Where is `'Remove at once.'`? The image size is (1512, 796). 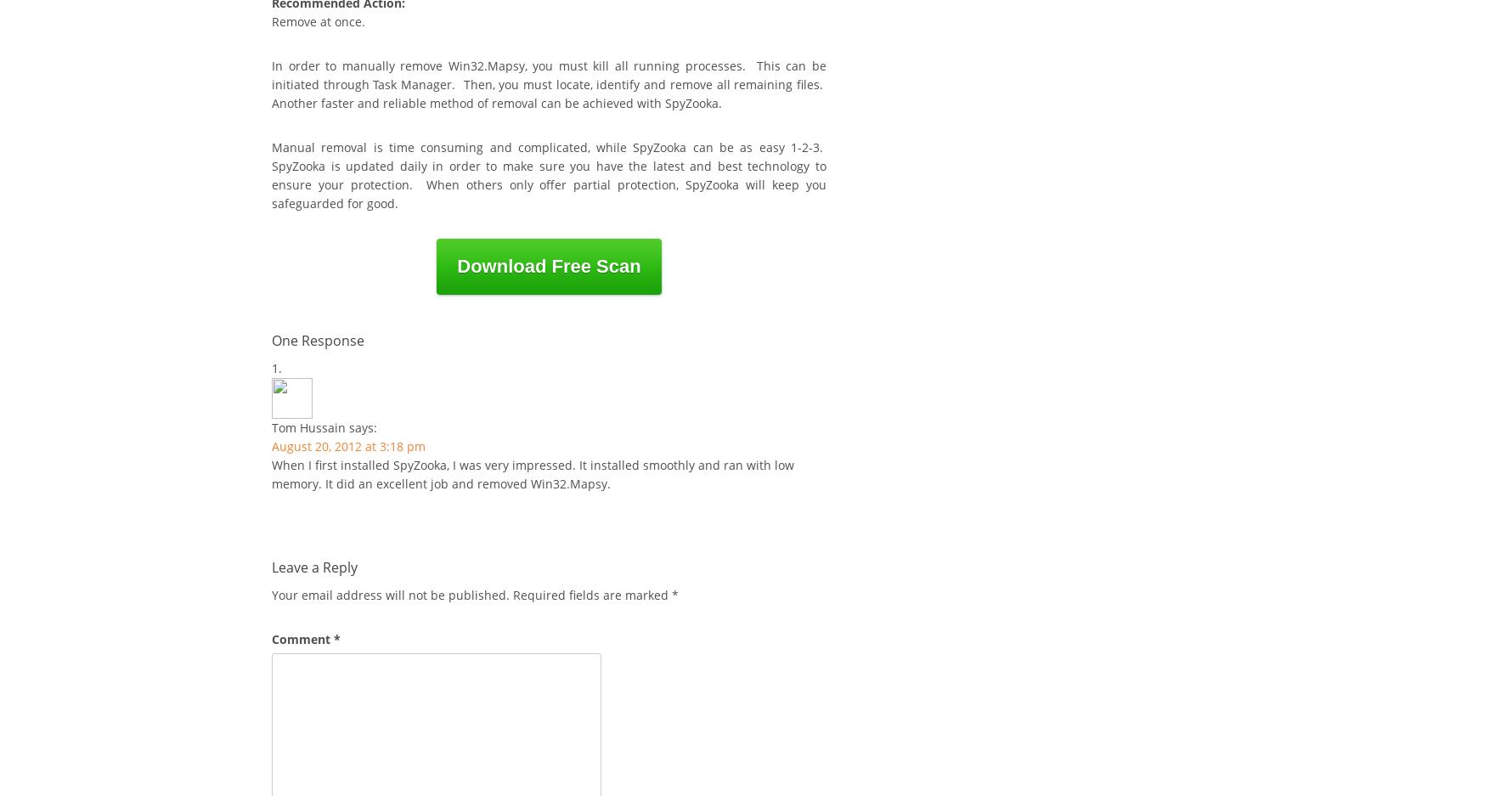
'Remove at once.' is located at coordinates (272, 20).